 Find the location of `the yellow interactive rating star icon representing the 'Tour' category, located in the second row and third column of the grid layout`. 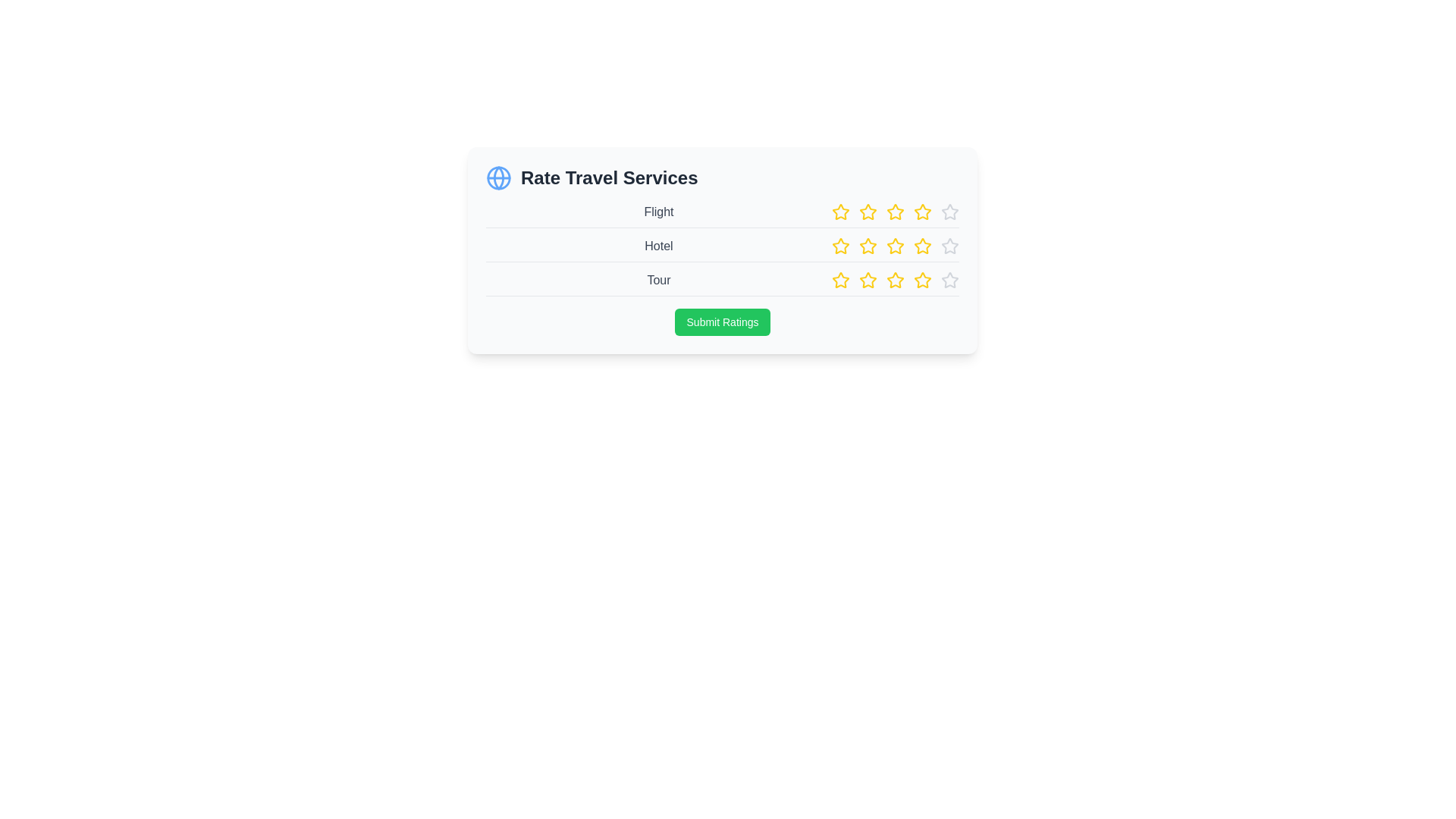

the yellow interactive rating star icon representing the 'Tour' category, located in the second row and third column of the grid layout is located at coordinates (922, 281).